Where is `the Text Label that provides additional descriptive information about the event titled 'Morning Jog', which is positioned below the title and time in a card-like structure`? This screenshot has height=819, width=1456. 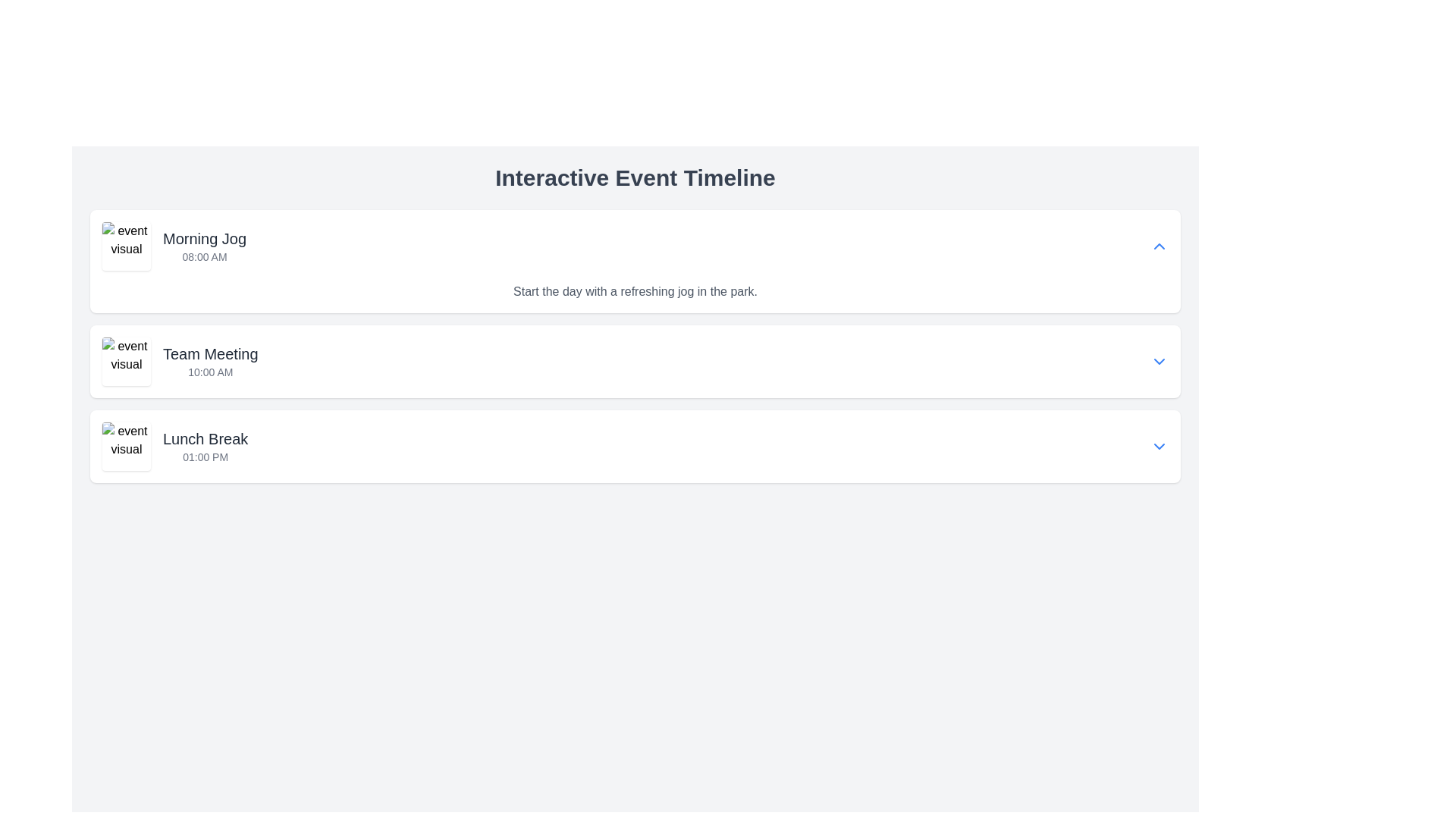
the Text Label that provides additional descriptive information about the event titled 'Morning Jog', which is positioned below the title and time in a card-like structure is located at coordinates (635, 292).